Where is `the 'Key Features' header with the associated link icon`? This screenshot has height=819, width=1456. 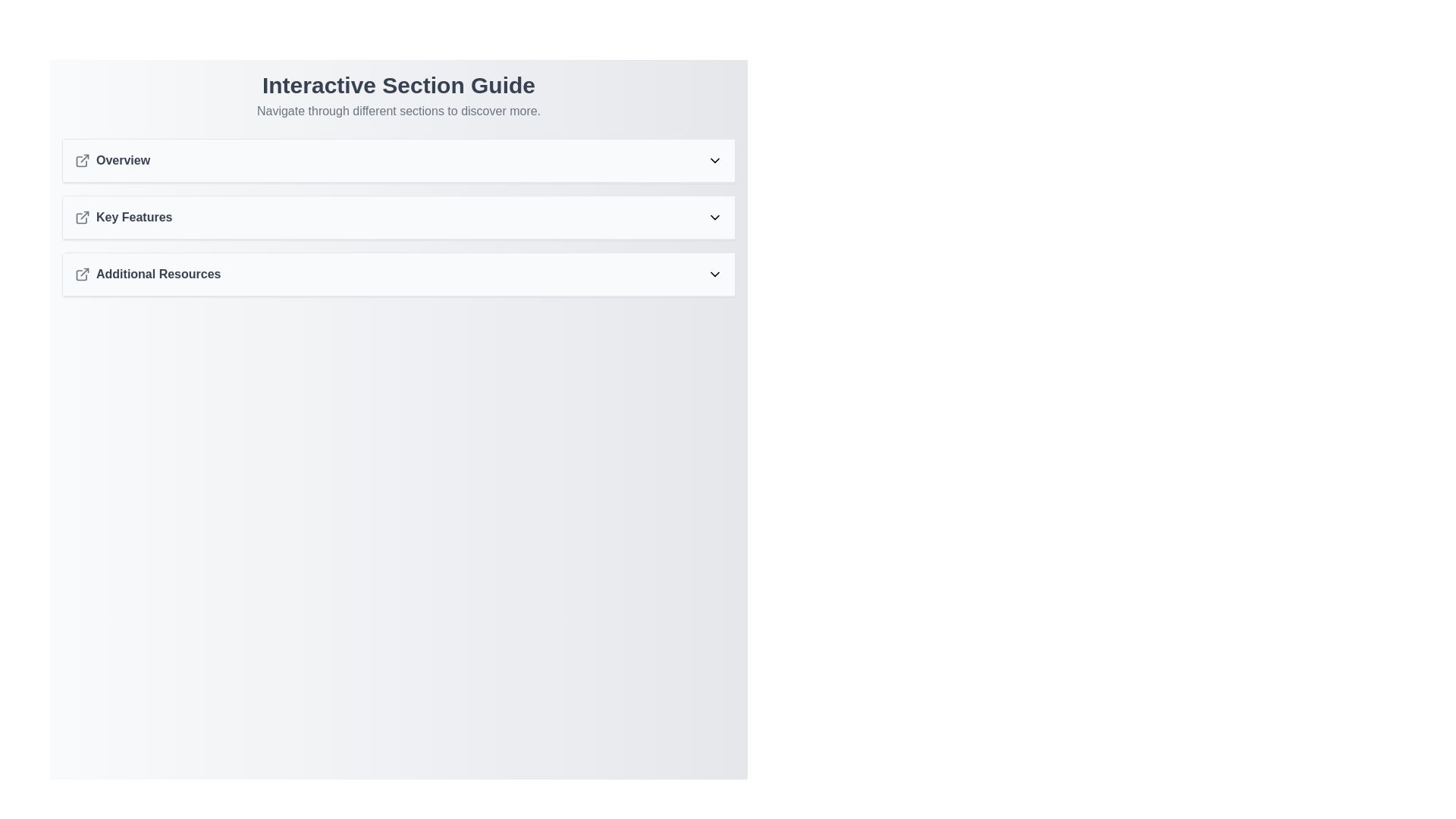
the 'Key Features' header with the associated link icon is located at coordinates (124, 217).